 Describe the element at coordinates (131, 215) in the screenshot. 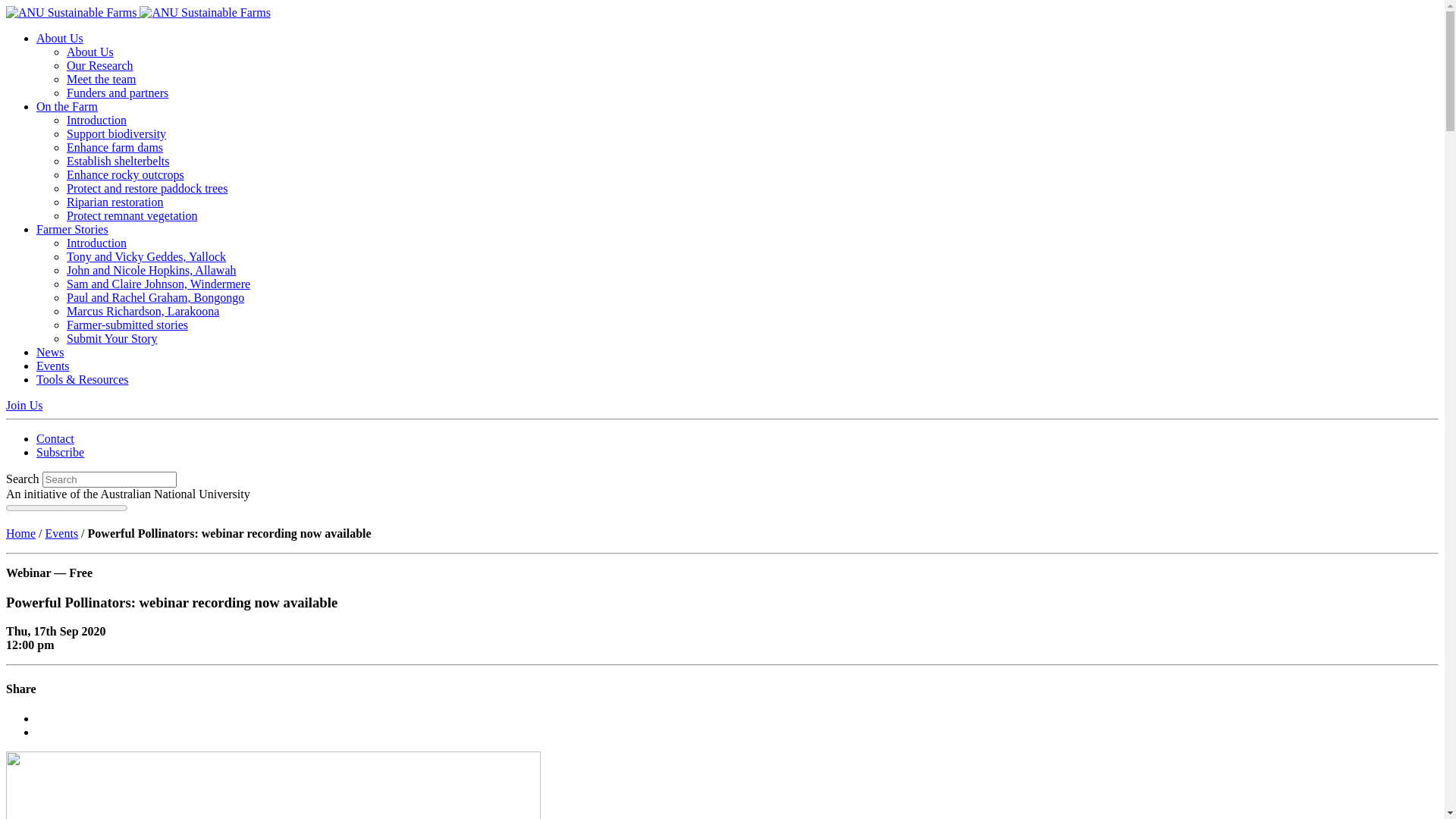

I see `'Protect remnant vegetation'` at that location.